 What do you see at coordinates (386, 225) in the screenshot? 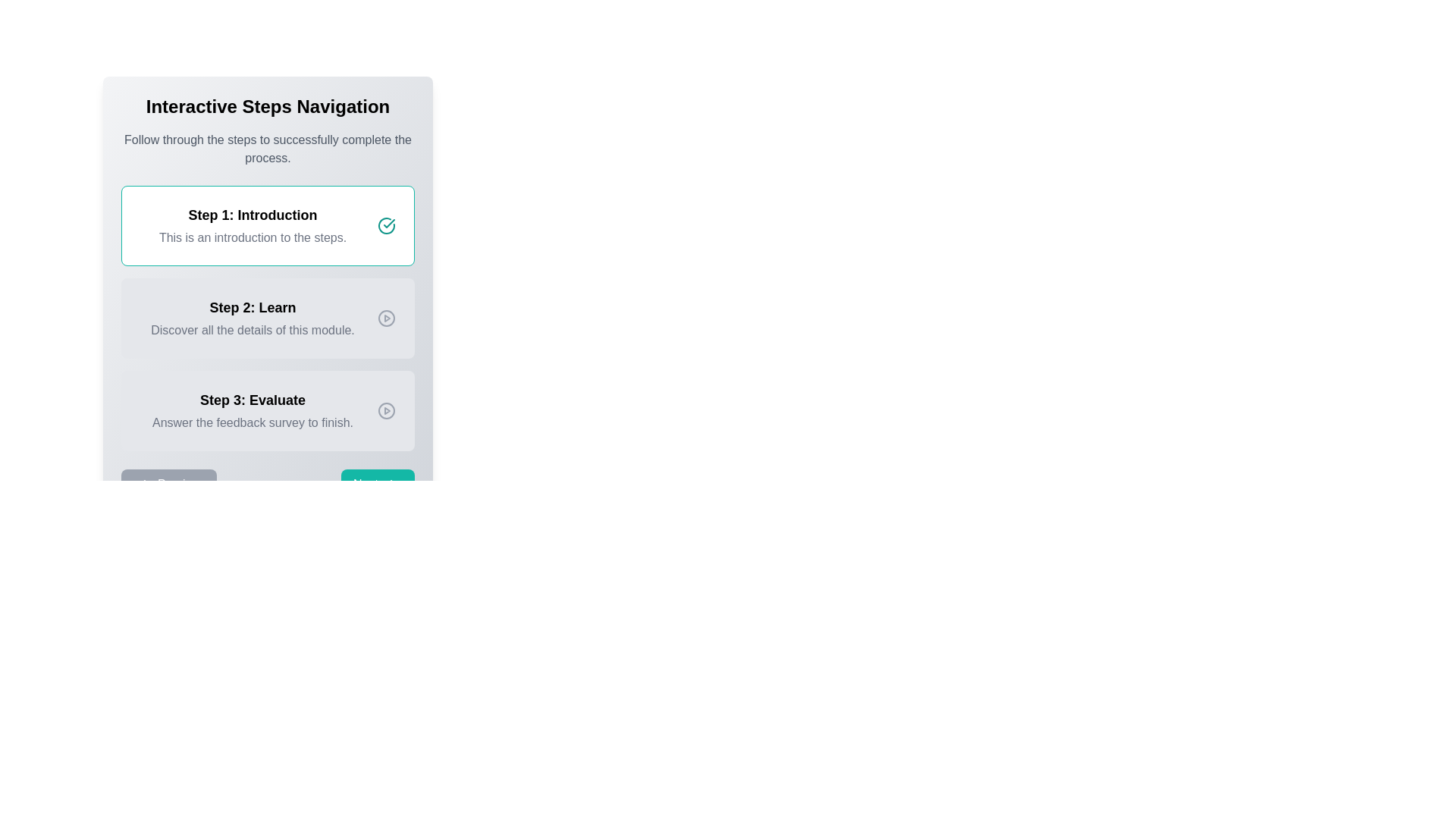
I see `the Circular Checkmark icon indicating the successful completion of 'Step 1: Introduction' located at the top-right corner of the card` at bounding box center [386, 225].